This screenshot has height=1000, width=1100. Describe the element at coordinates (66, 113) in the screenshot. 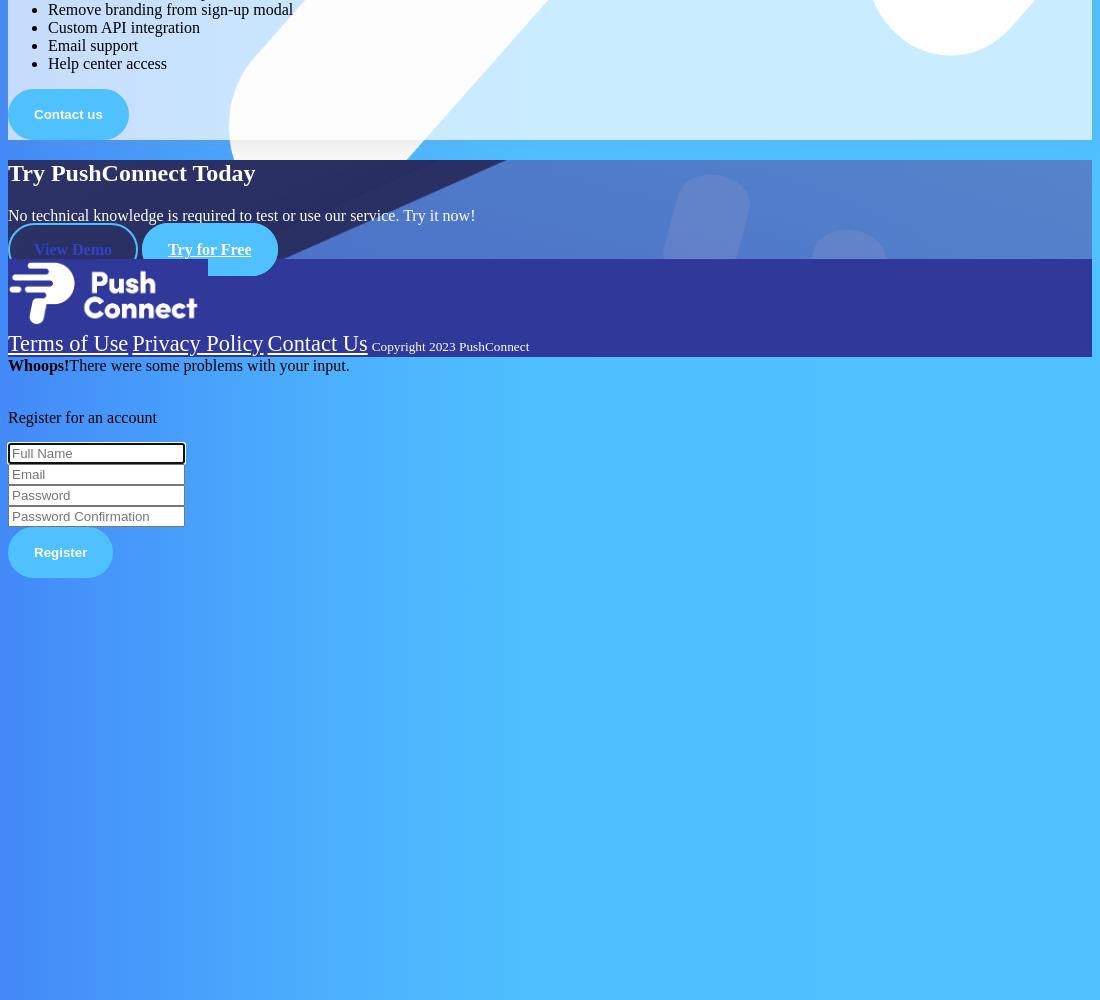

I see `'Contact us'` at that location.